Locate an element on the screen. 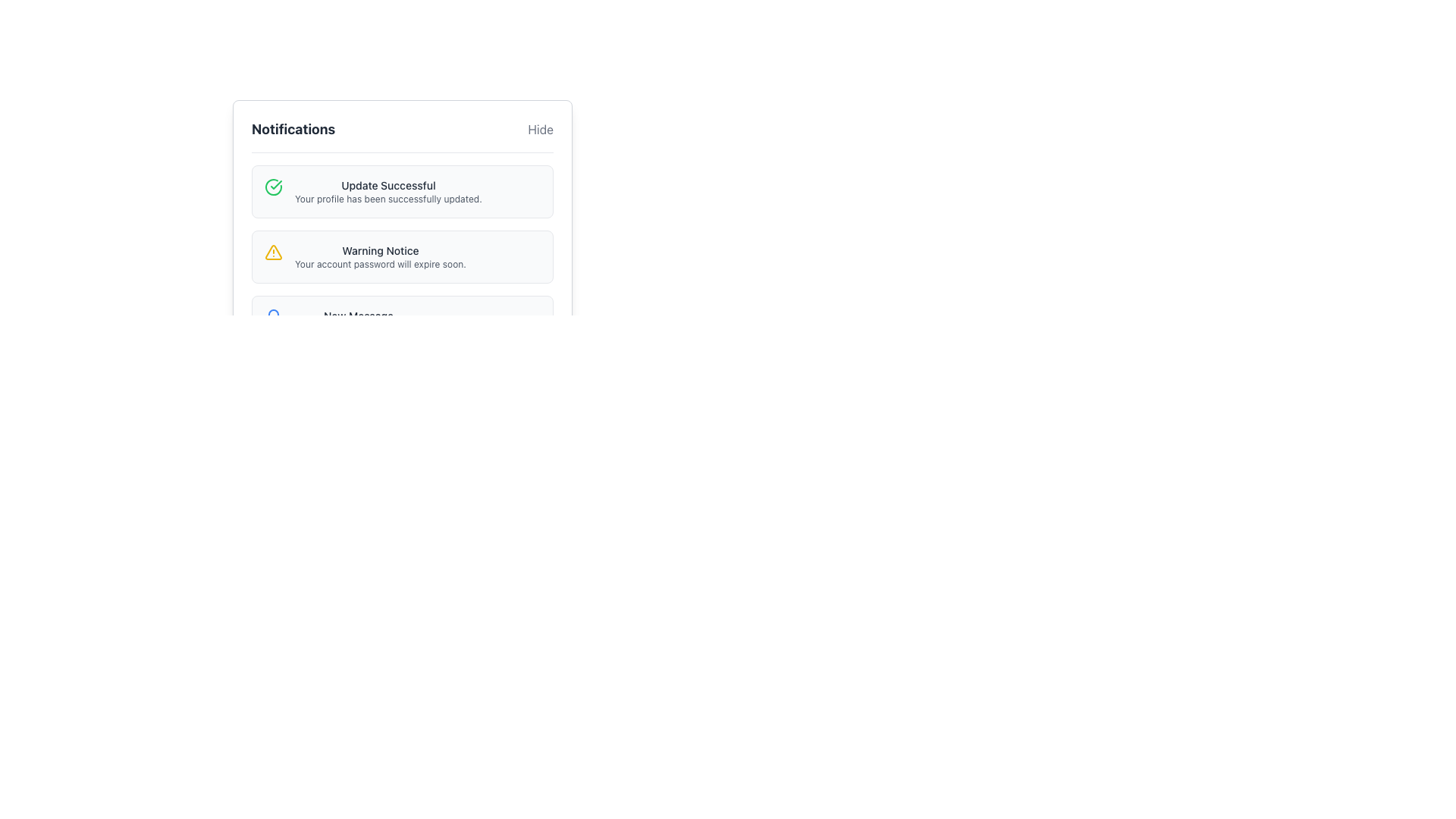 Image resolution: width=1456 pixels, height=819 pixels. the bell icon for notifications located to the left of the 'New Message' text in the third notification item is located at coordinates (273, 317).